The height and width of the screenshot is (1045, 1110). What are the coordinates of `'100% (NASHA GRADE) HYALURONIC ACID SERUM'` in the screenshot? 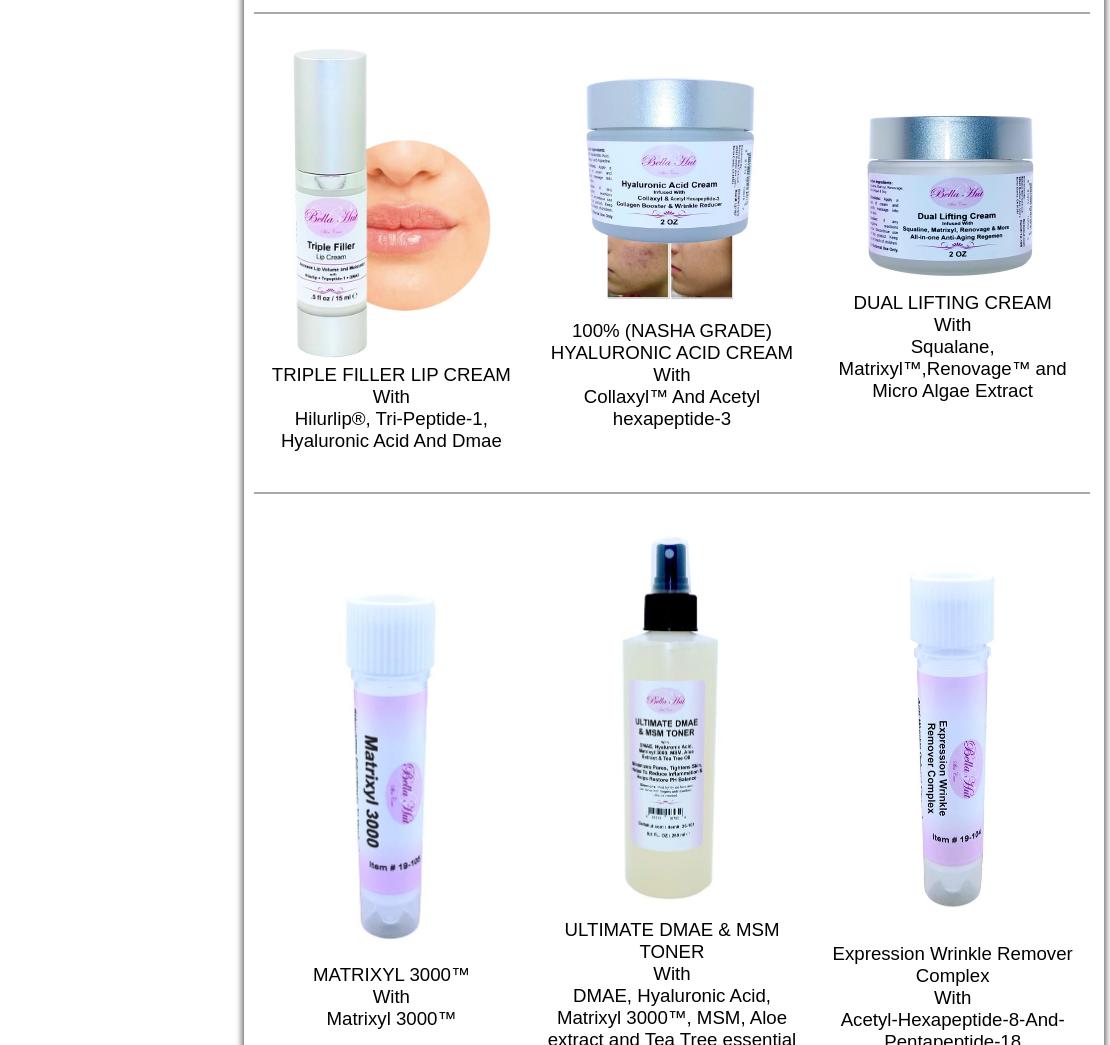 It's located at (552, 1004).